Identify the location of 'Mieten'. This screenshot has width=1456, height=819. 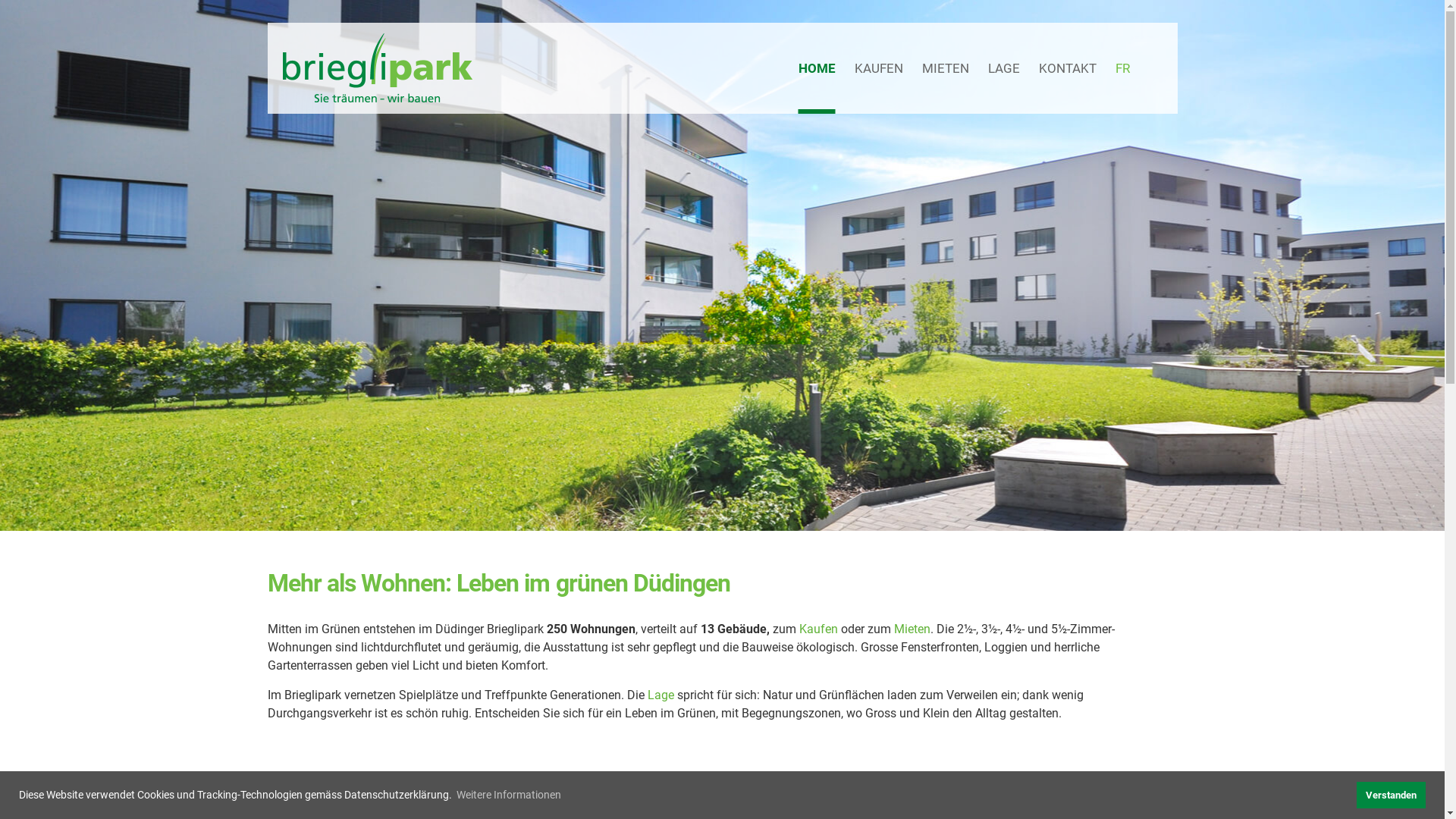
(910, 629).